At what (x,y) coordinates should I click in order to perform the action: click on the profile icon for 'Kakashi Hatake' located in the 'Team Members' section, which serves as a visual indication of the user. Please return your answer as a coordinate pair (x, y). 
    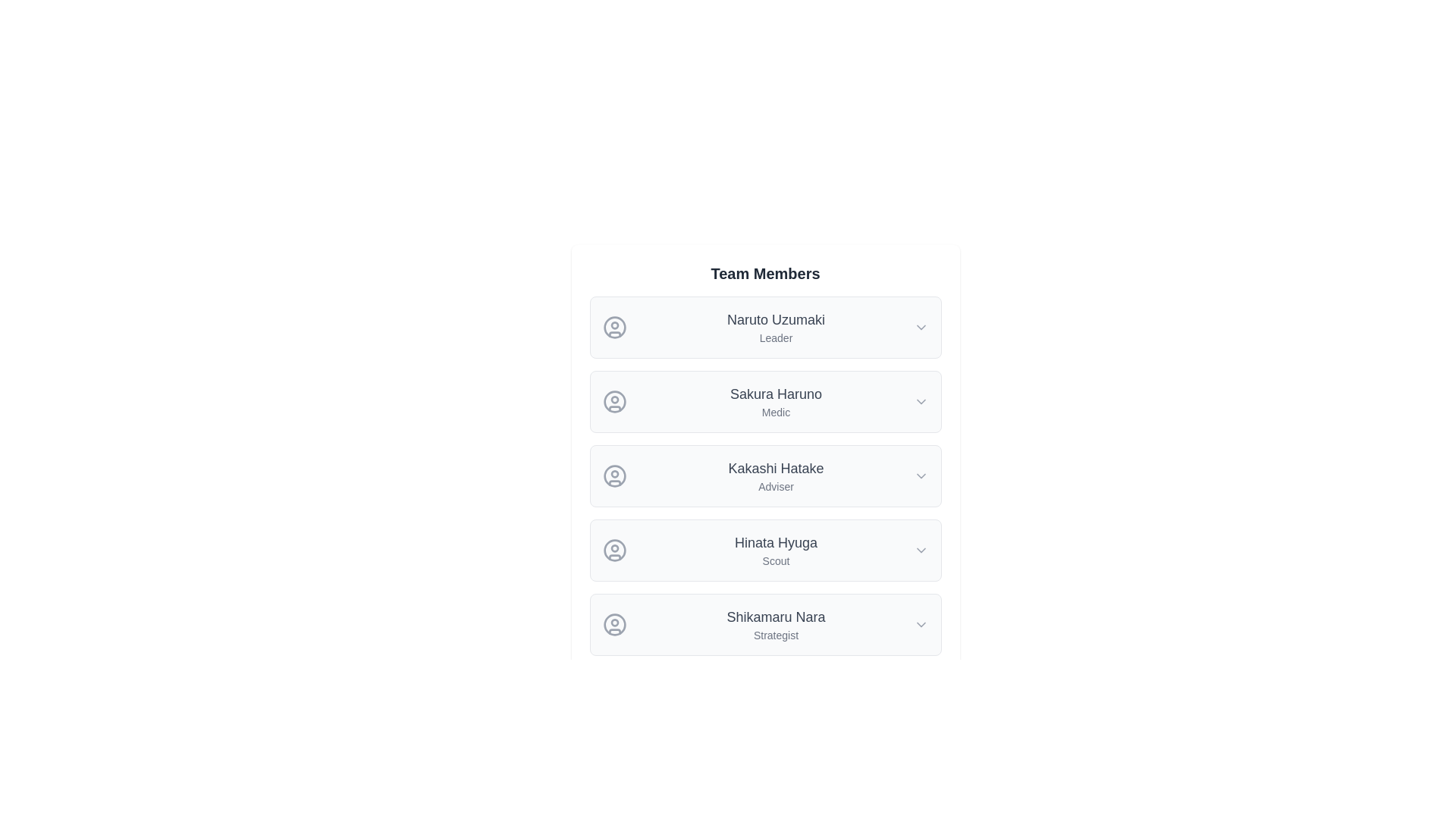
    Looking at the image, I should click on (614, 475).